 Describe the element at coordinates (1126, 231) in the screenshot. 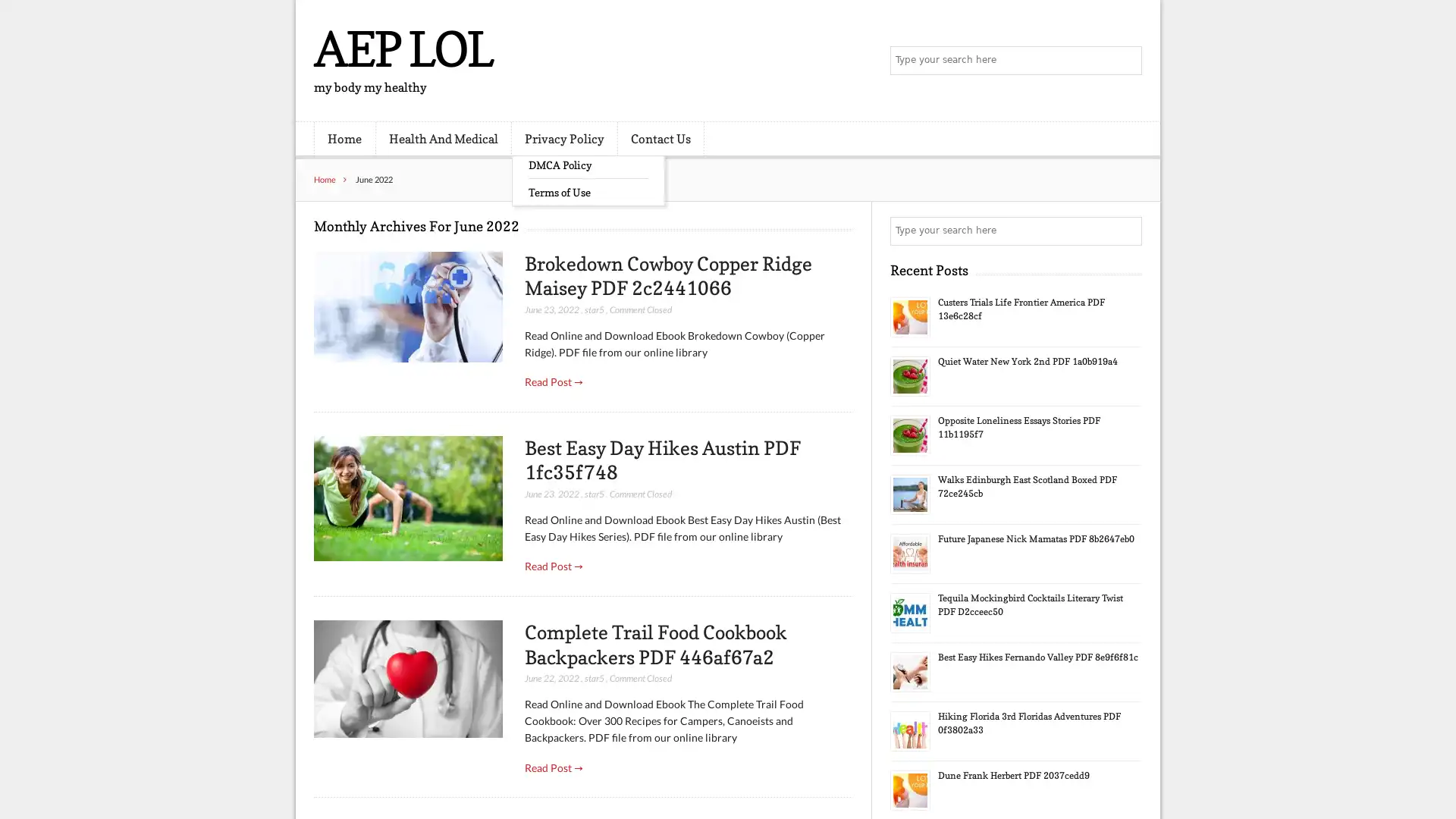

I see `Search` at that location.